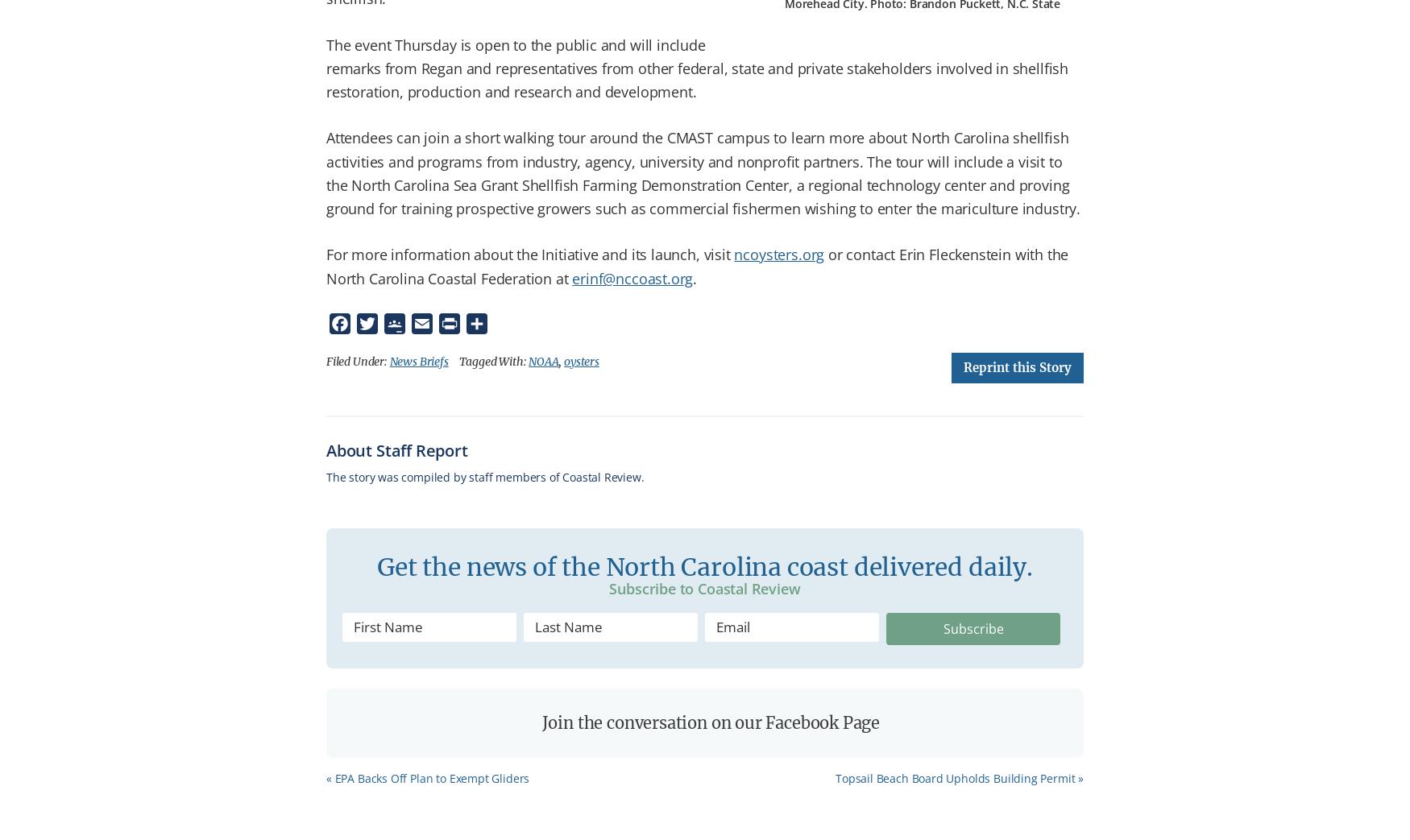  I want to click on 'erinf@nccoast.org', so click(632, 277).